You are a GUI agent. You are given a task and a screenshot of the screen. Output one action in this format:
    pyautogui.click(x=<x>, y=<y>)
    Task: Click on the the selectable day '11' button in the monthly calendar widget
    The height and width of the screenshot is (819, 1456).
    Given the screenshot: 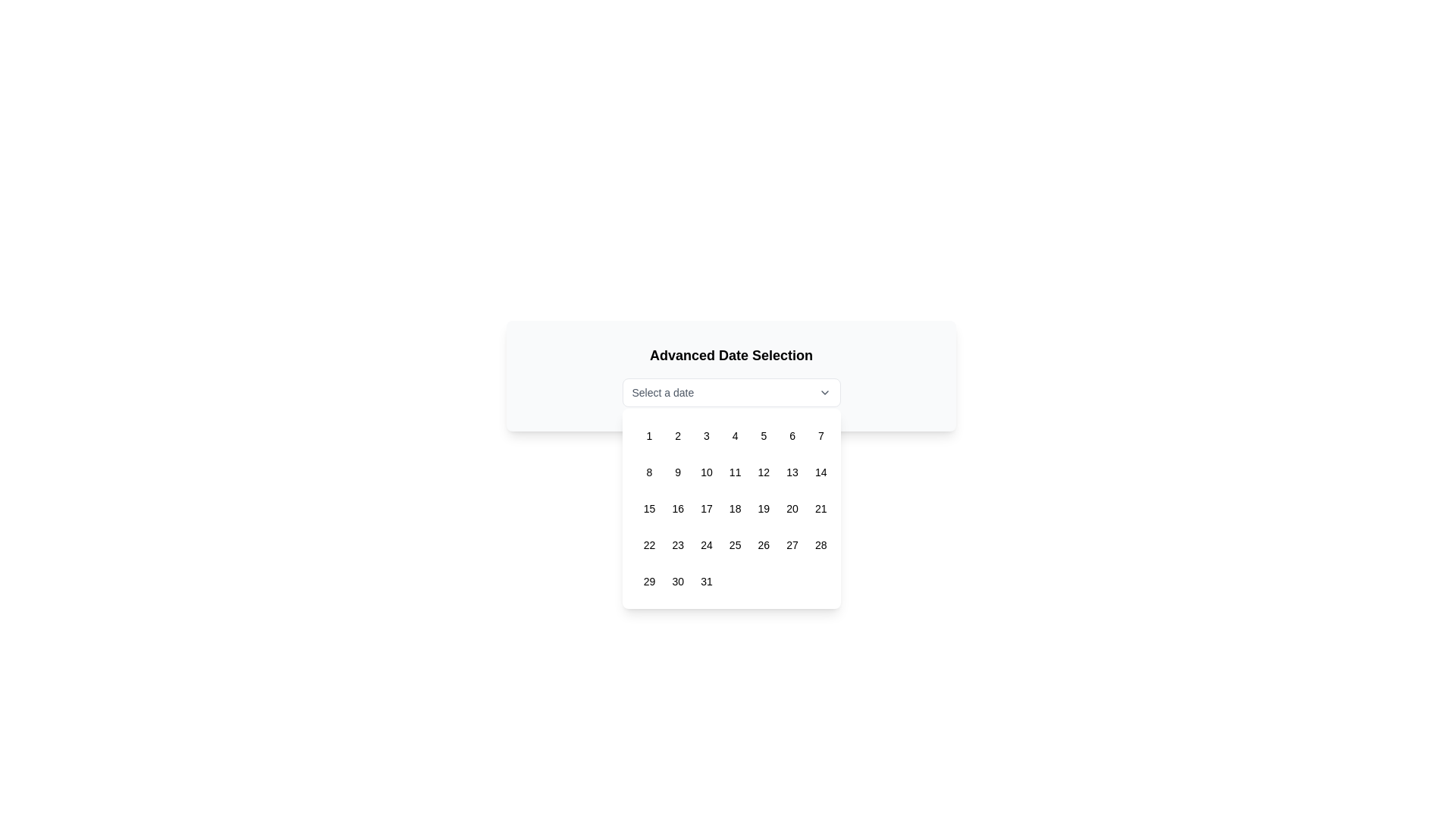 What is the action you would take?
    pyautogui.click(x=735, y=472)
    